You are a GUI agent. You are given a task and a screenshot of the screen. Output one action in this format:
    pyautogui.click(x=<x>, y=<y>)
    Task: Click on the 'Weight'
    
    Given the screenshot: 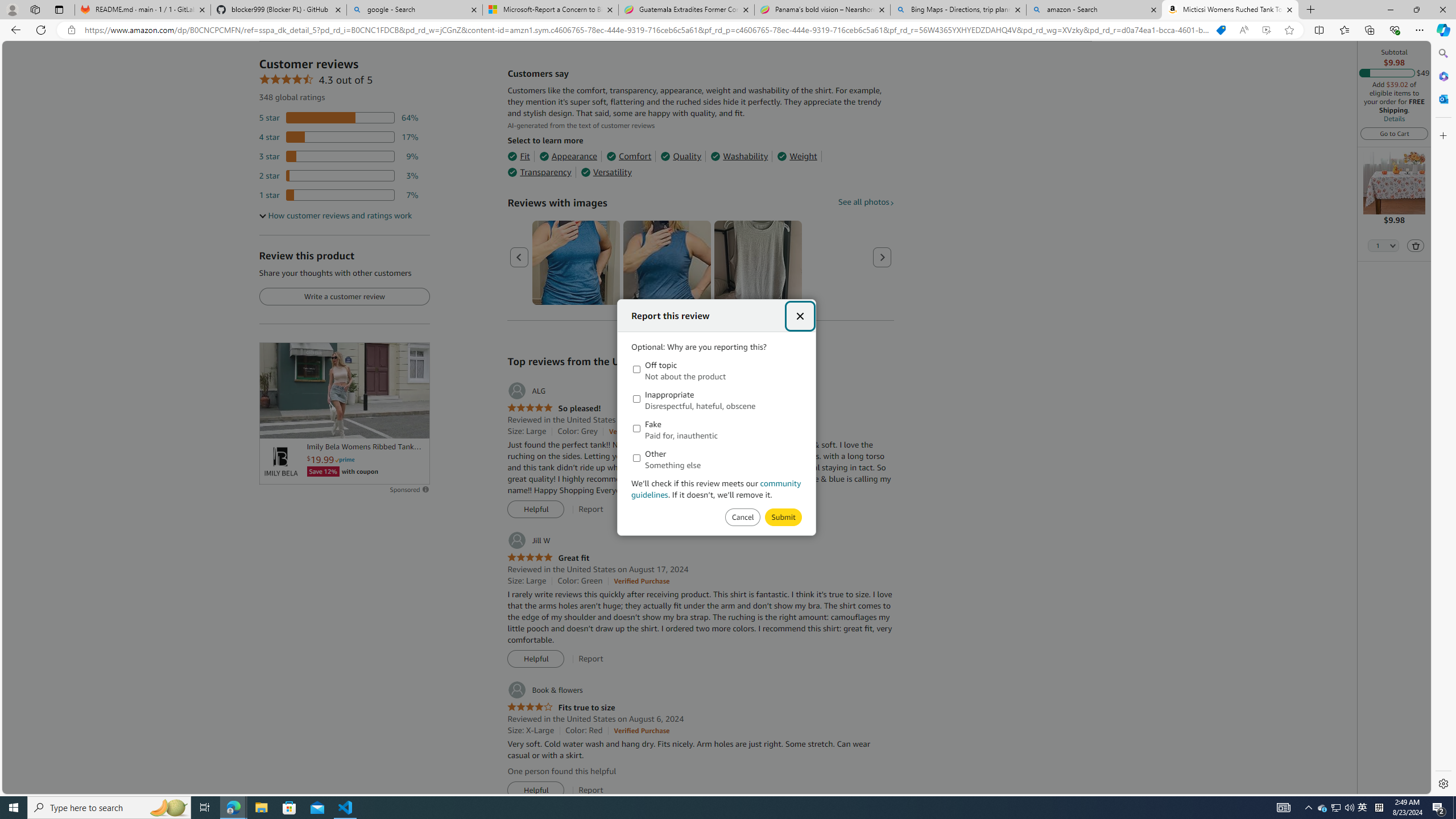 What is the action you would take?
    pyautogui.click(x=797, y=156)
    